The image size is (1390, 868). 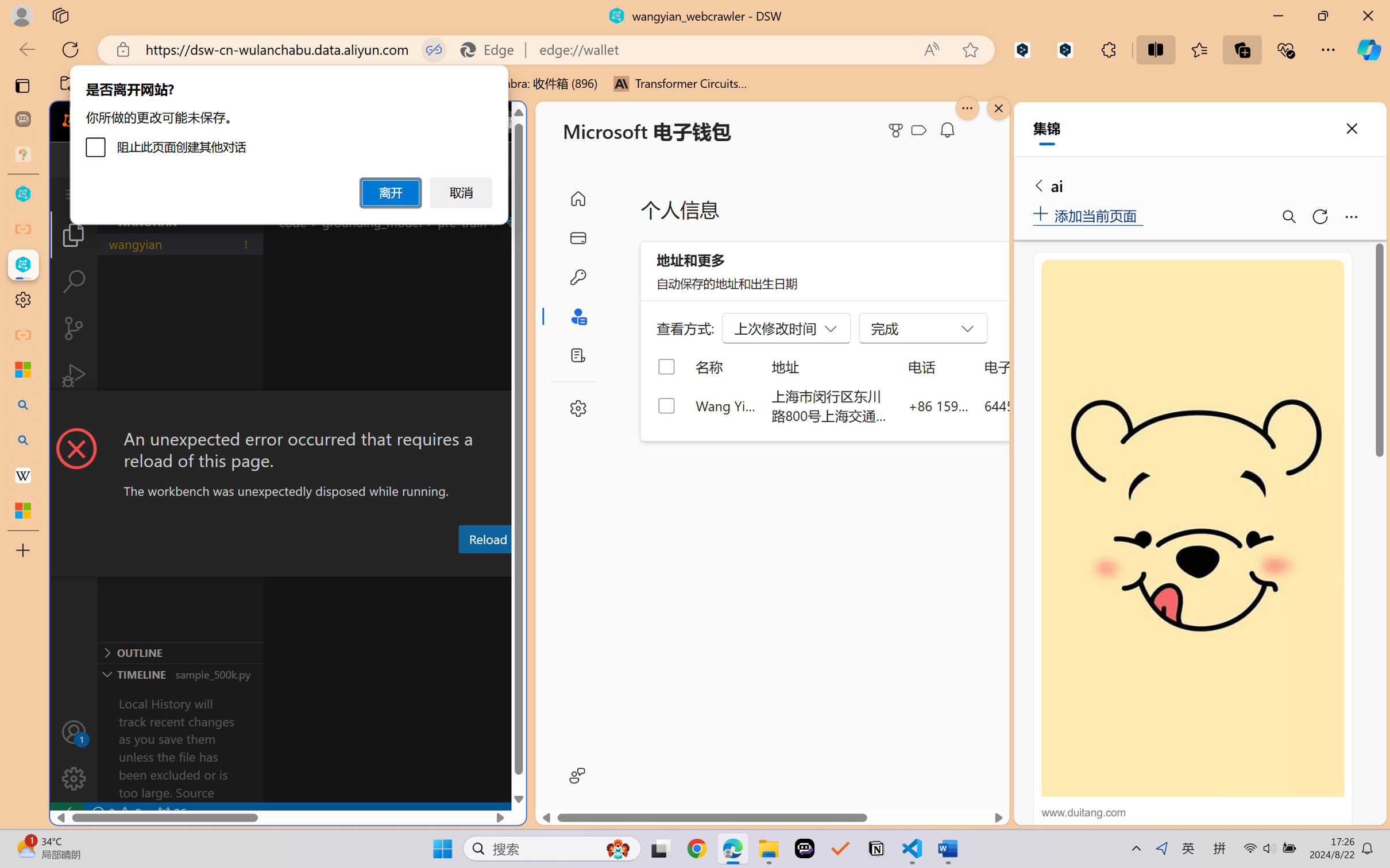 What do you see at coordinates (115, 812) in the screenshot?
I see `'No Problems'` at bounding box center [115, 812].